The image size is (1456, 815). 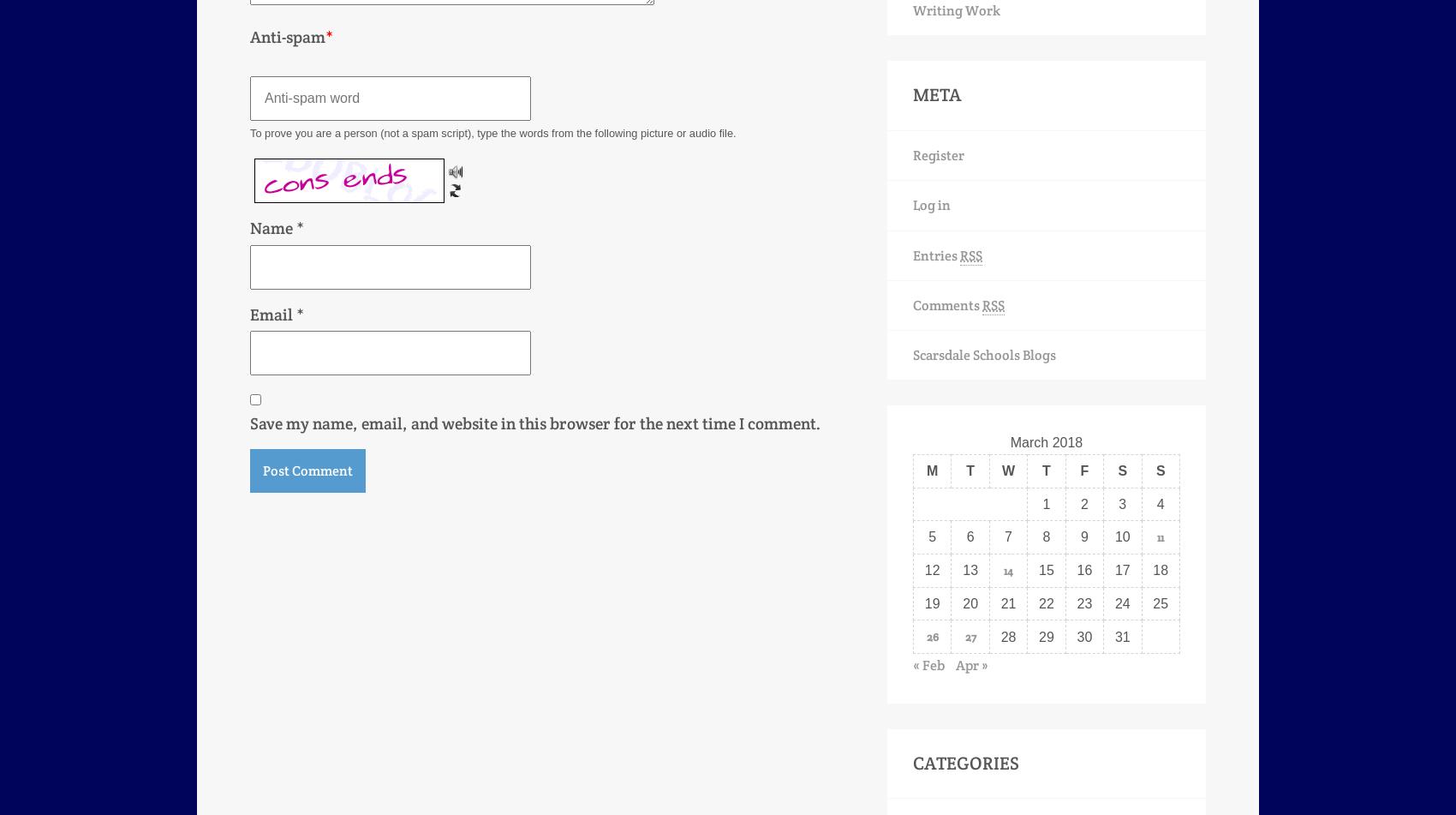 I want to click on 'Categories', so click(x=965, y=761).